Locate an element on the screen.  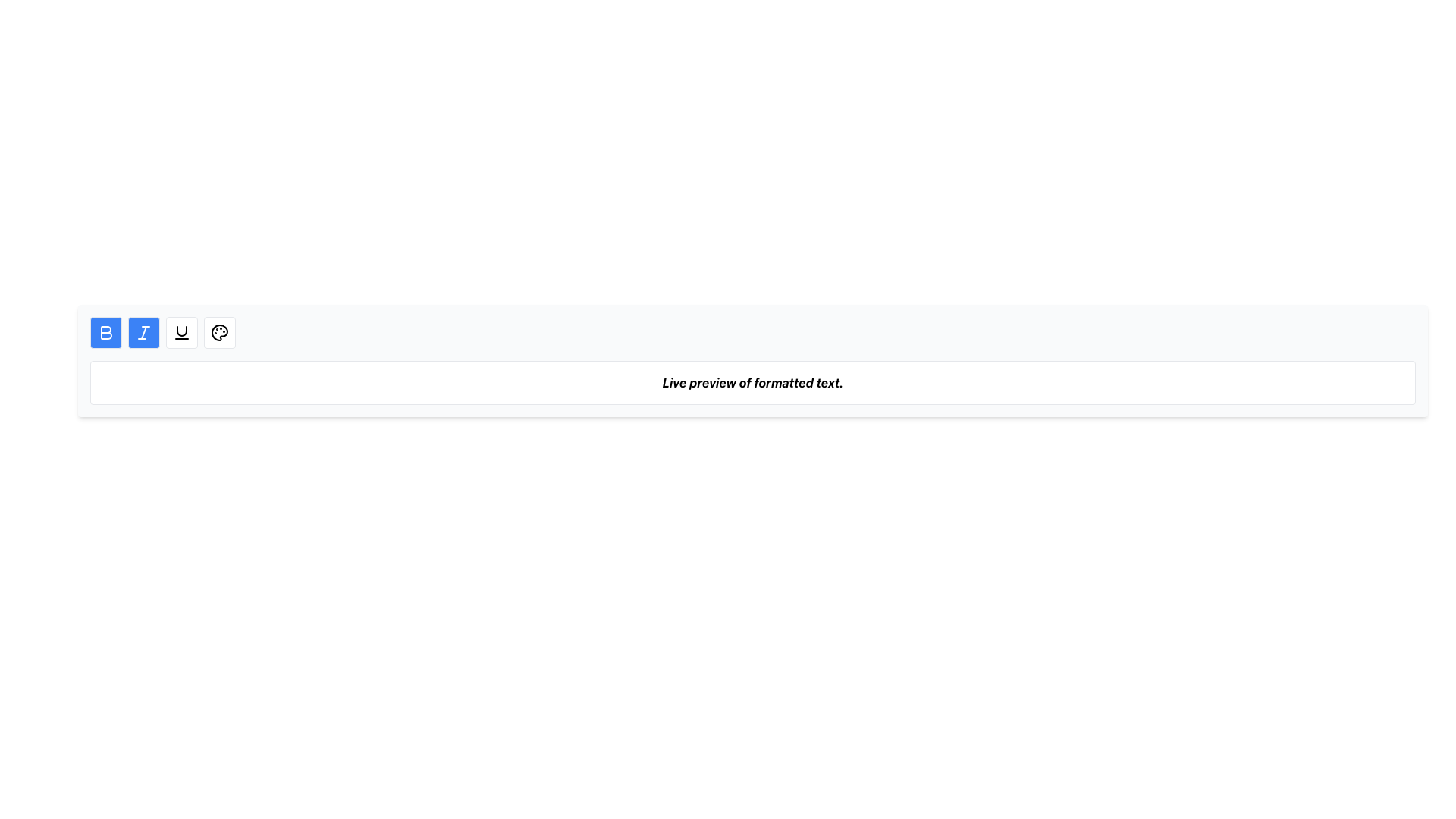
the underline formatting SVG Icon Button located in the formatting toolbar at the top of the text editor is located at coordinates (182, 332).